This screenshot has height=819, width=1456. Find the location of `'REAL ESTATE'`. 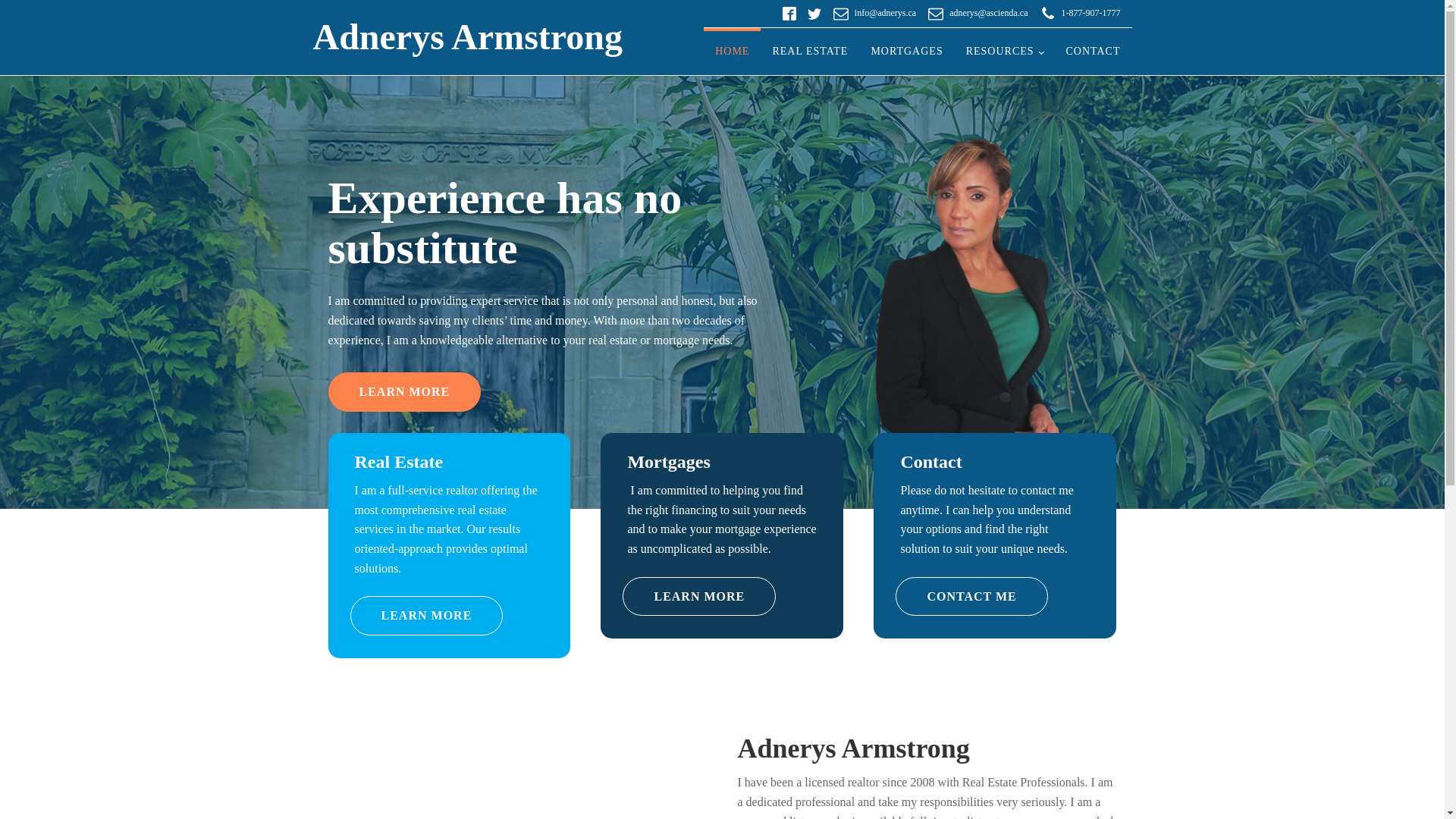

'REAL ESTATE' is located at coordinates (808, 51).